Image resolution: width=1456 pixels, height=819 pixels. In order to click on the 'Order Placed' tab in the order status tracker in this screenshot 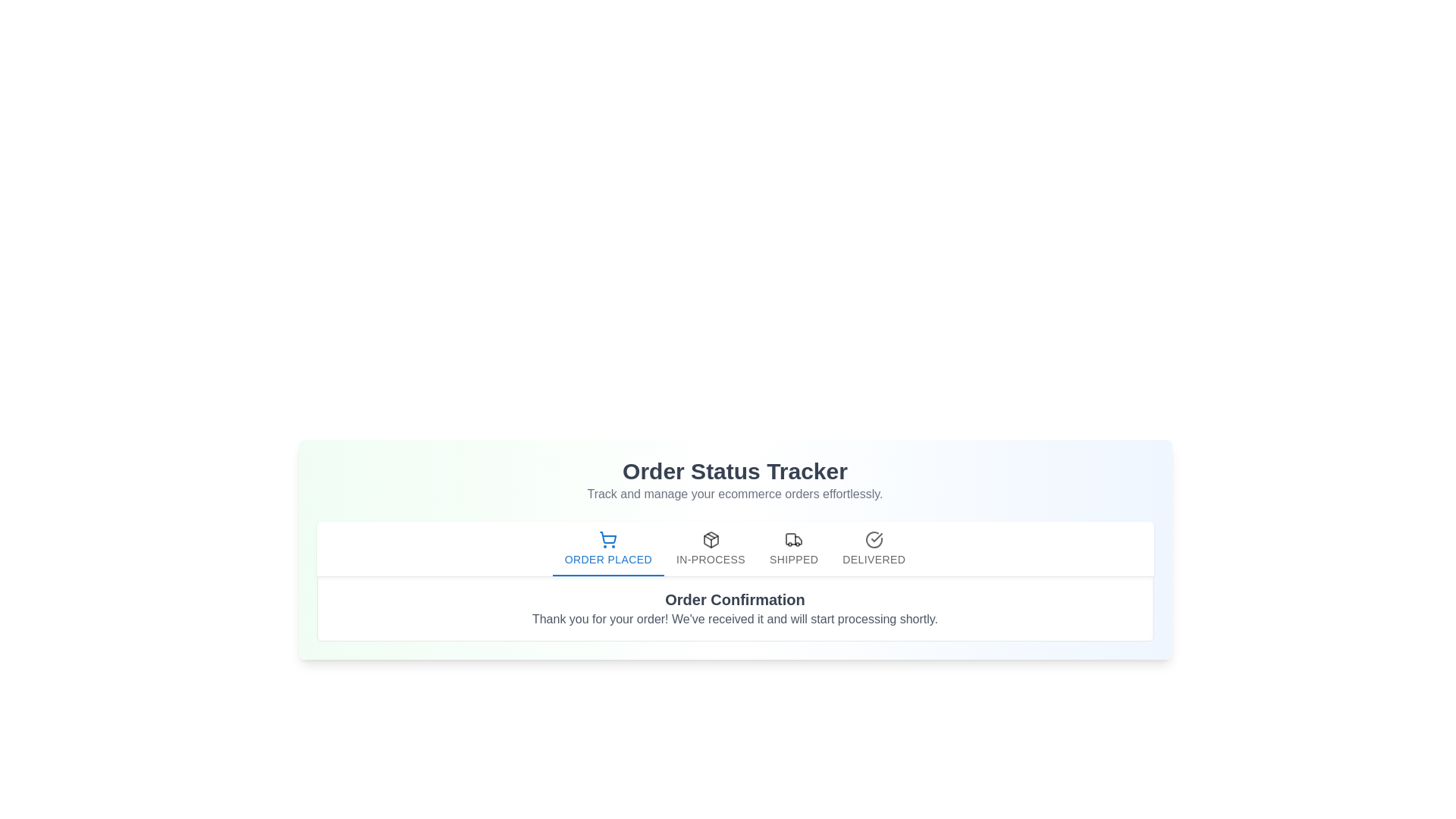, I will do `click(608, 549)`.